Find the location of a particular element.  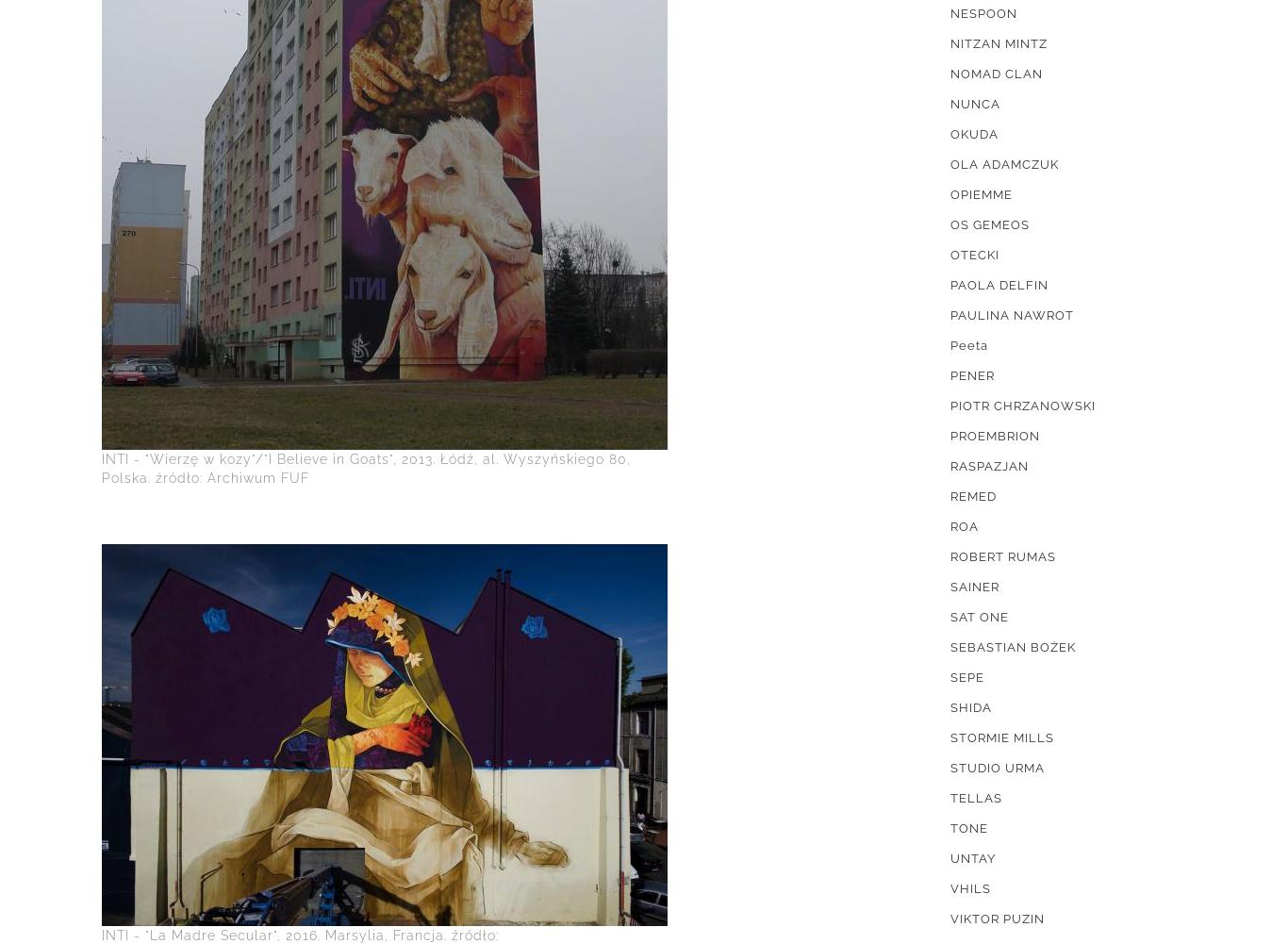

'VHILS' is located at coordinates (969, 887).